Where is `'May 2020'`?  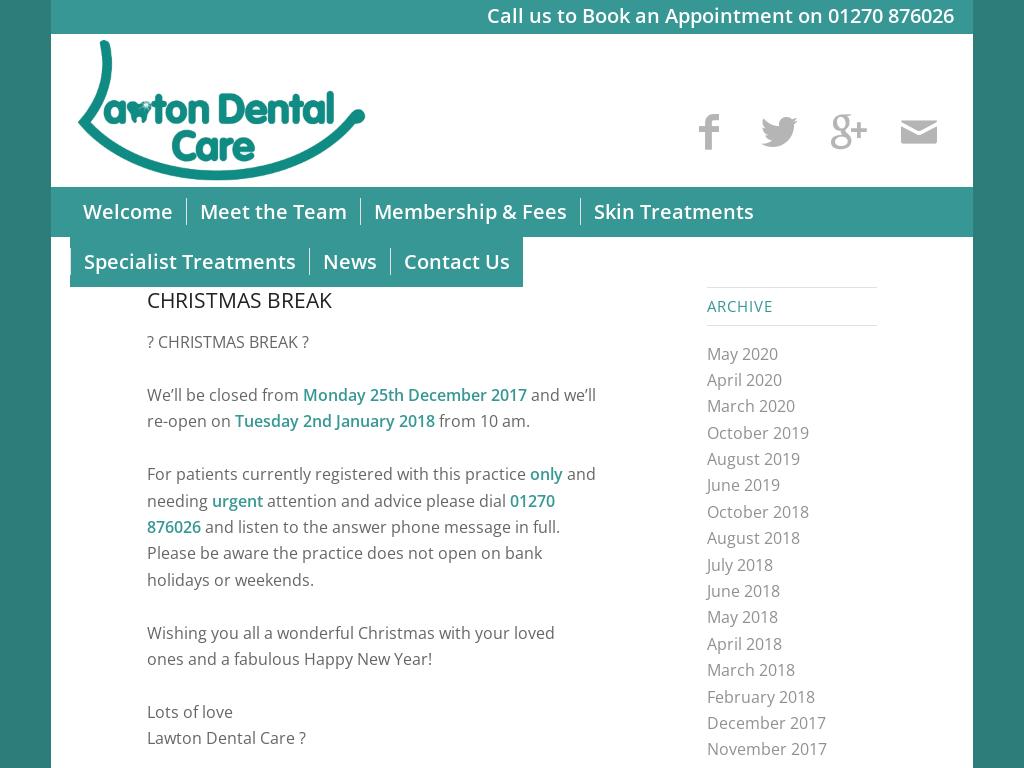
'May 2020' is located at coordinates (706, 351).